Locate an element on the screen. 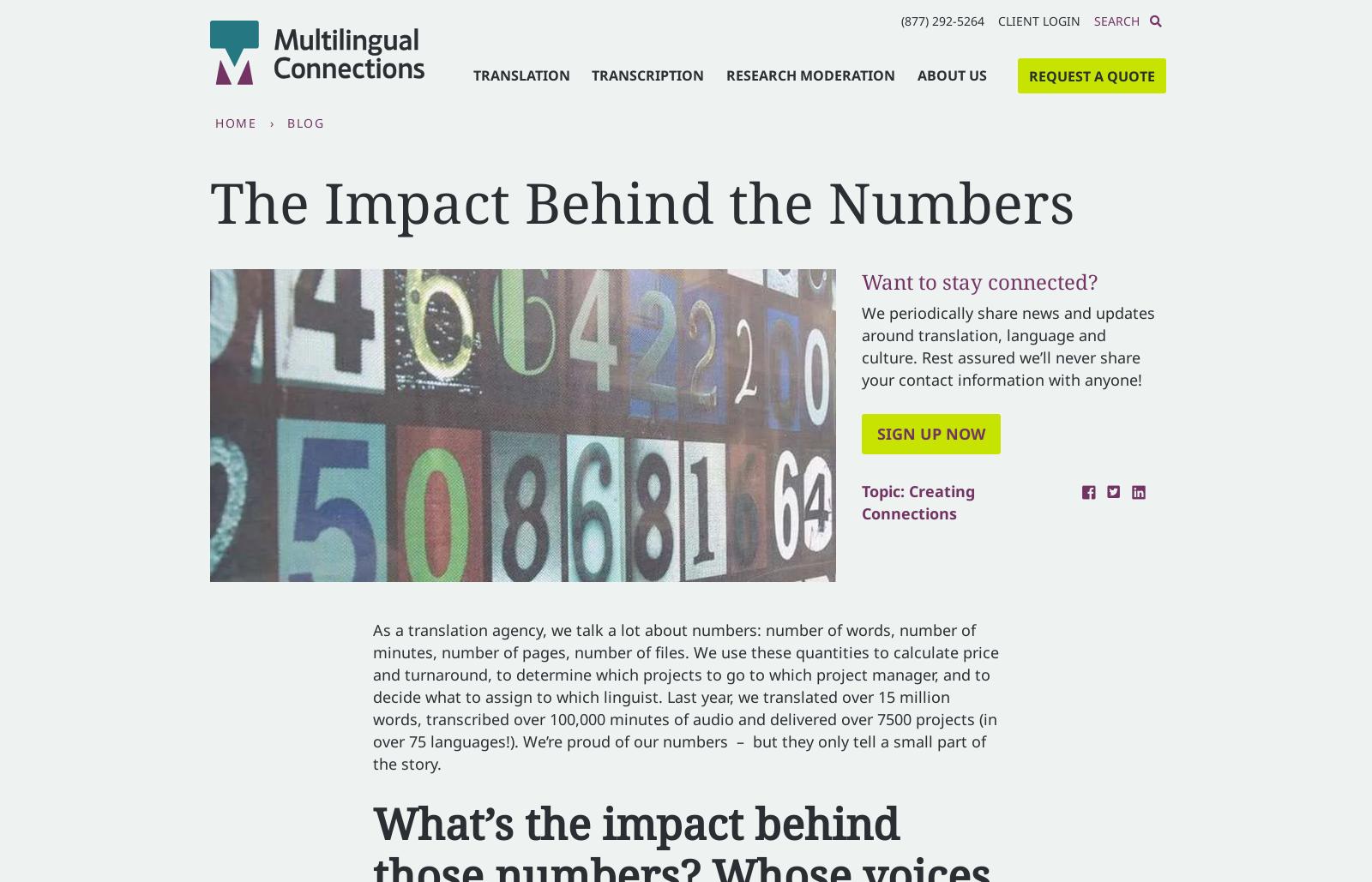  'Topic:' is located at coordinates (885, 490).